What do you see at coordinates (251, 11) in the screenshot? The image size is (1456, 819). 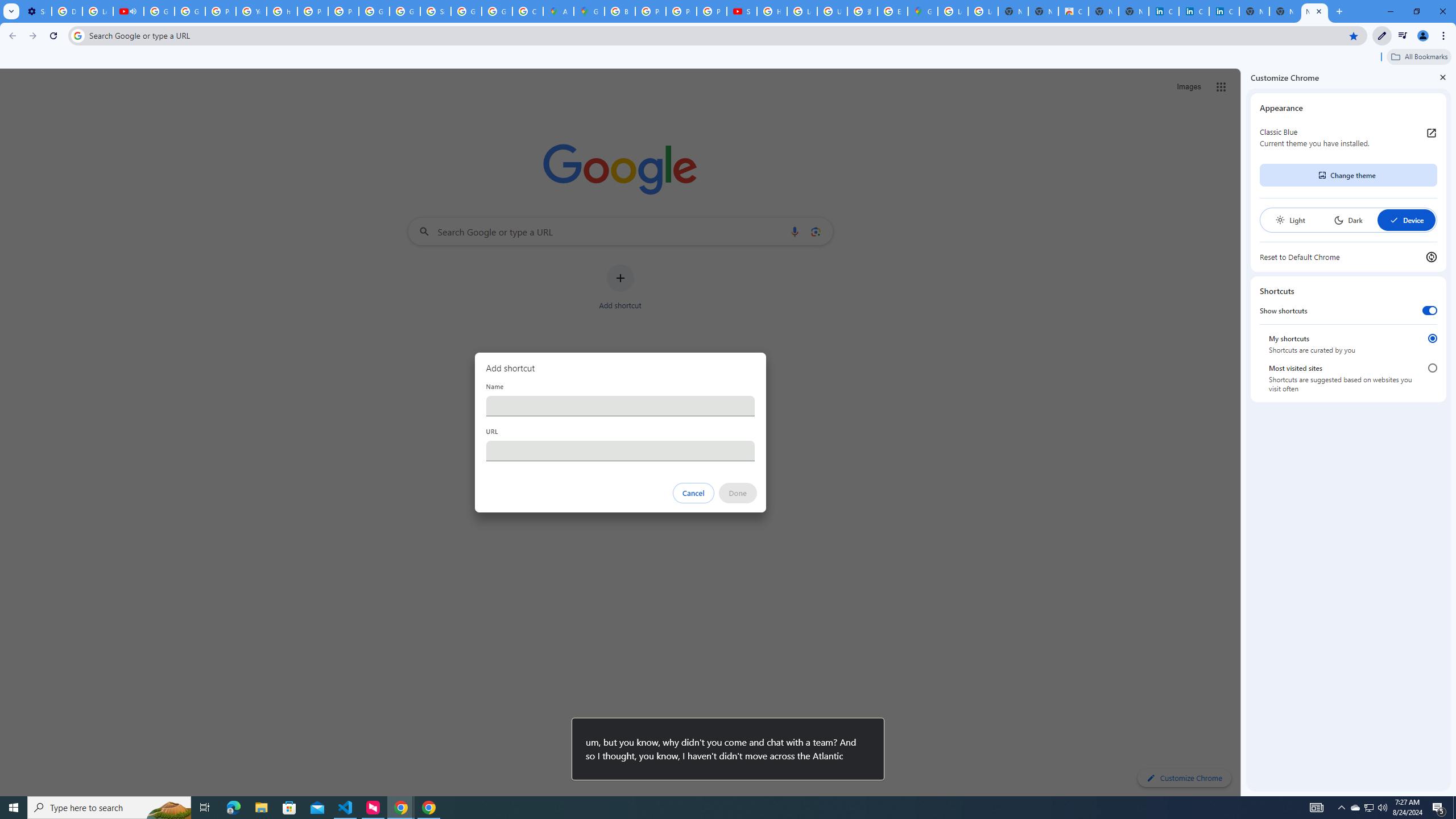 I see `'YouTube'` at bounding box center [251, 11].